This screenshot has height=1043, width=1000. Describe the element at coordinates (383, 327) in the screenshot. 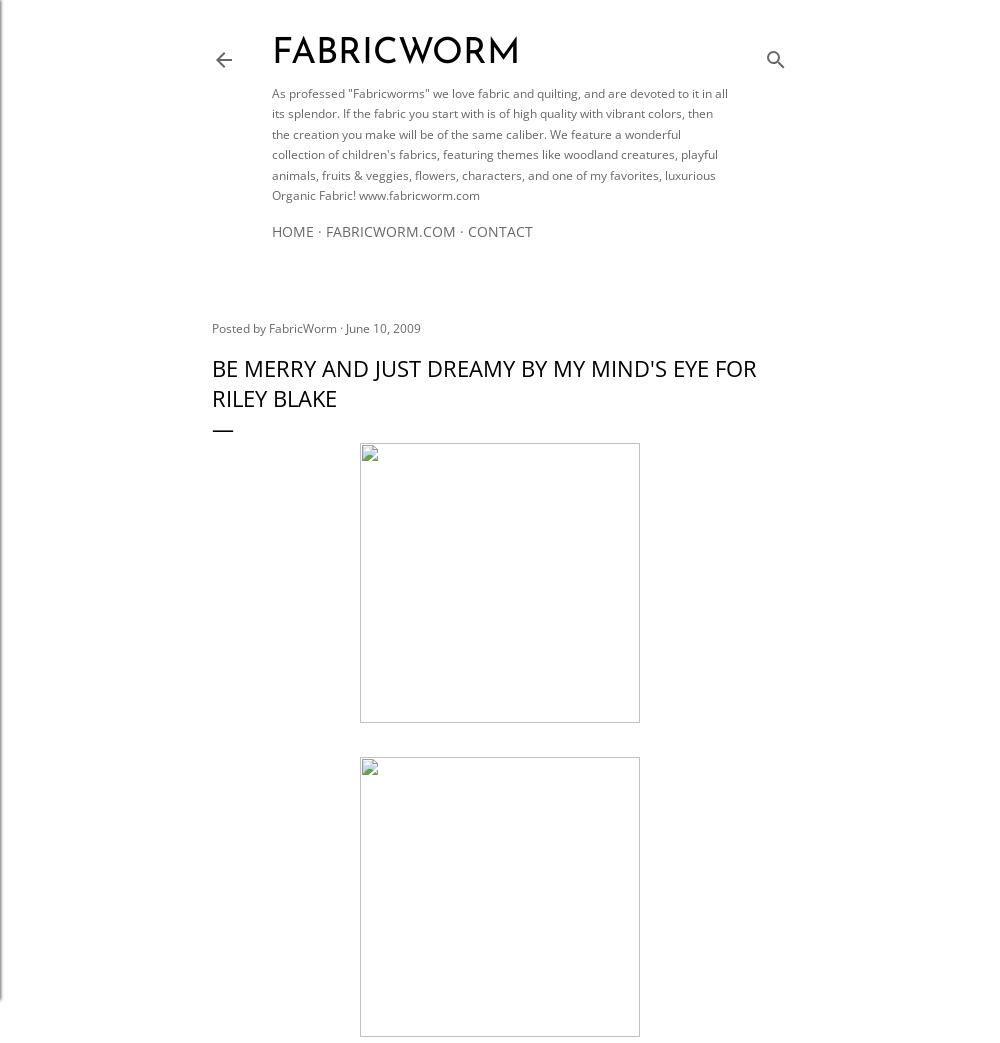

I see `'June 10, 2009'` at that location.